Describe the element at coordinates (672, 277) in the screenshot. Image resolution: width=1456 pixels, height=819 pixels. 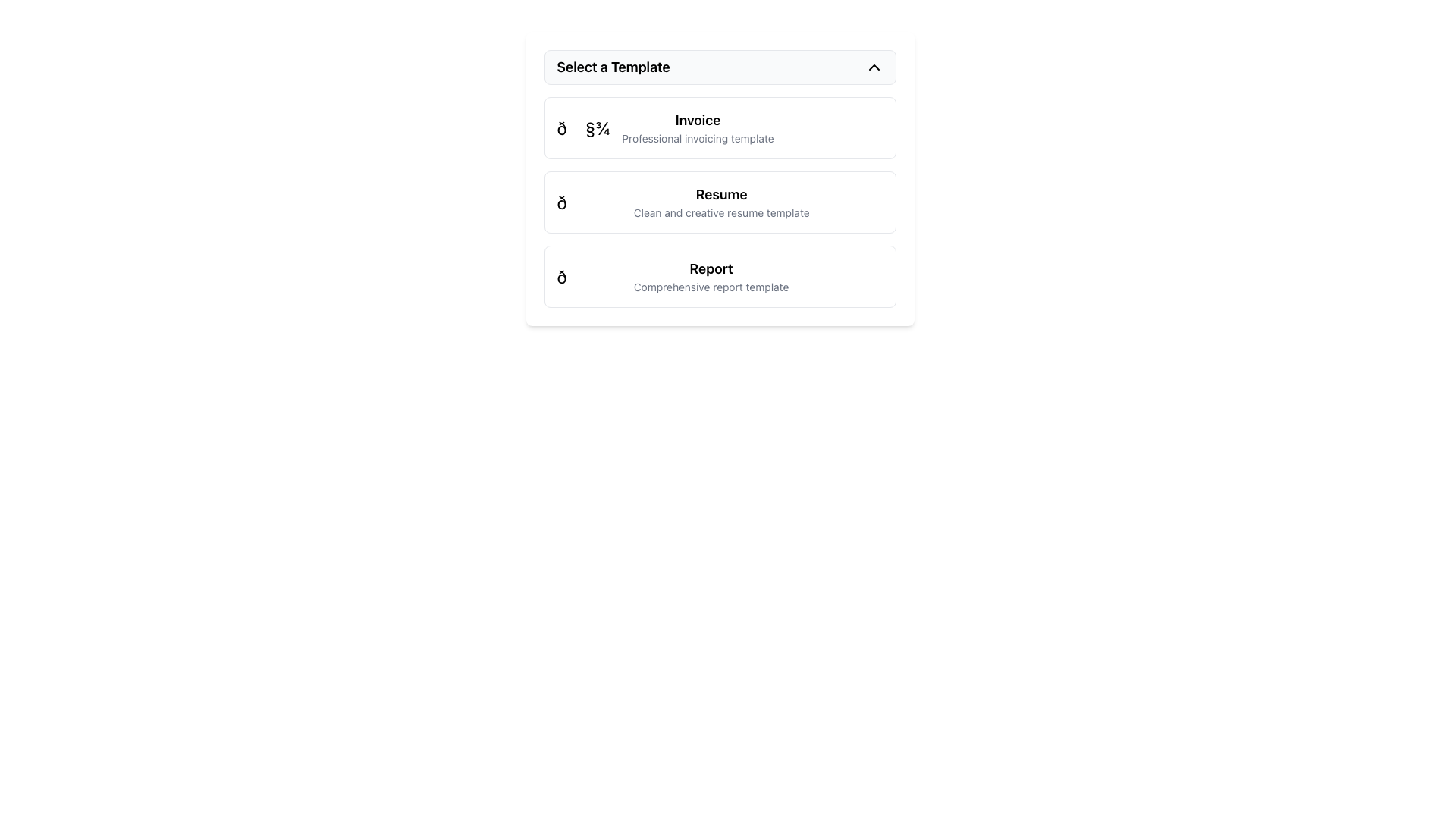
I see `the 'Report' template option, which is the third item in the 'Select a Template' section` at that location.